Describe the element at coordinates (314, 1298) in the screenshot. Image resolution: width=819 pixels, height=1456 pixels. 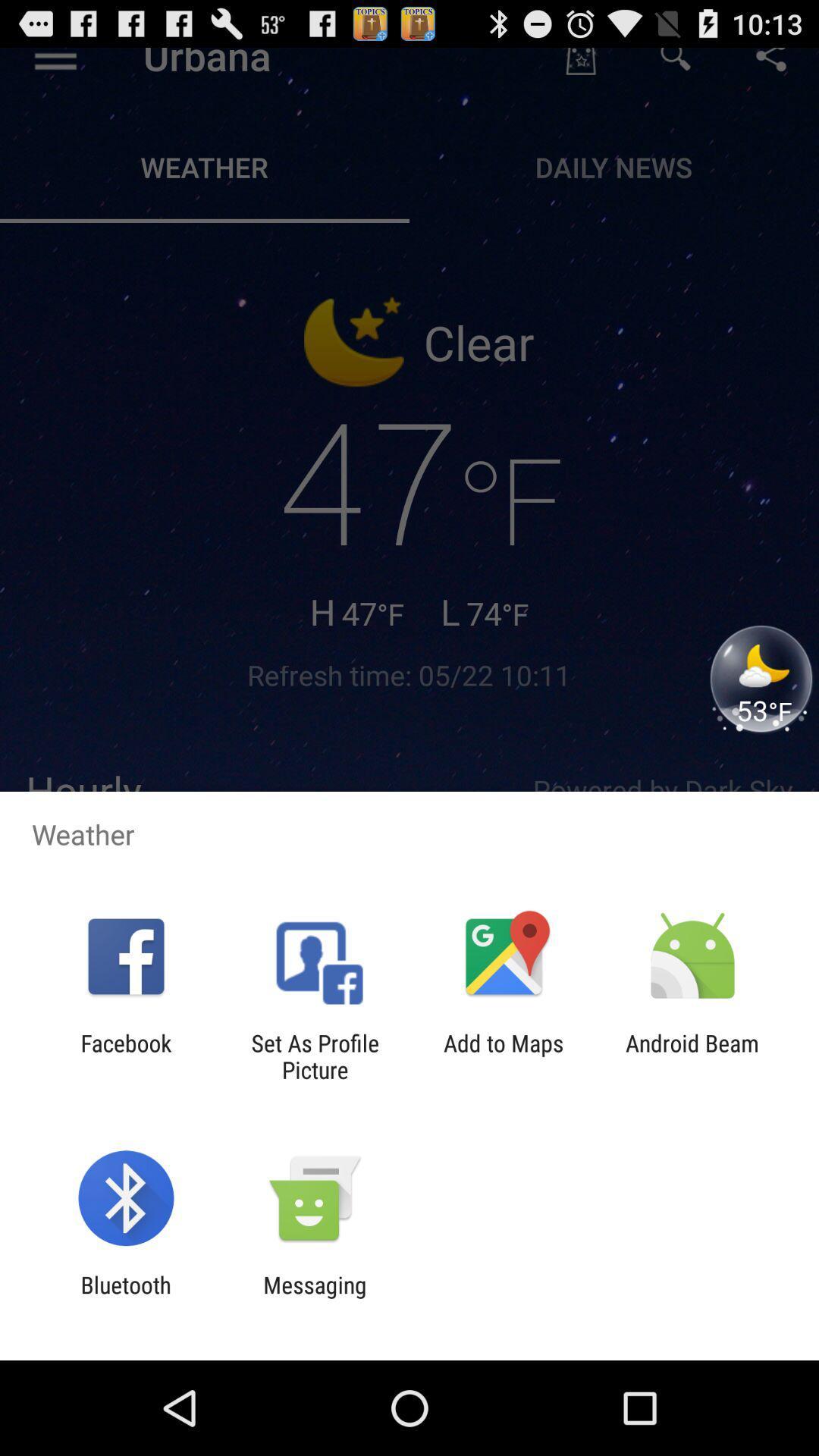
I see `the messaging` at that location.